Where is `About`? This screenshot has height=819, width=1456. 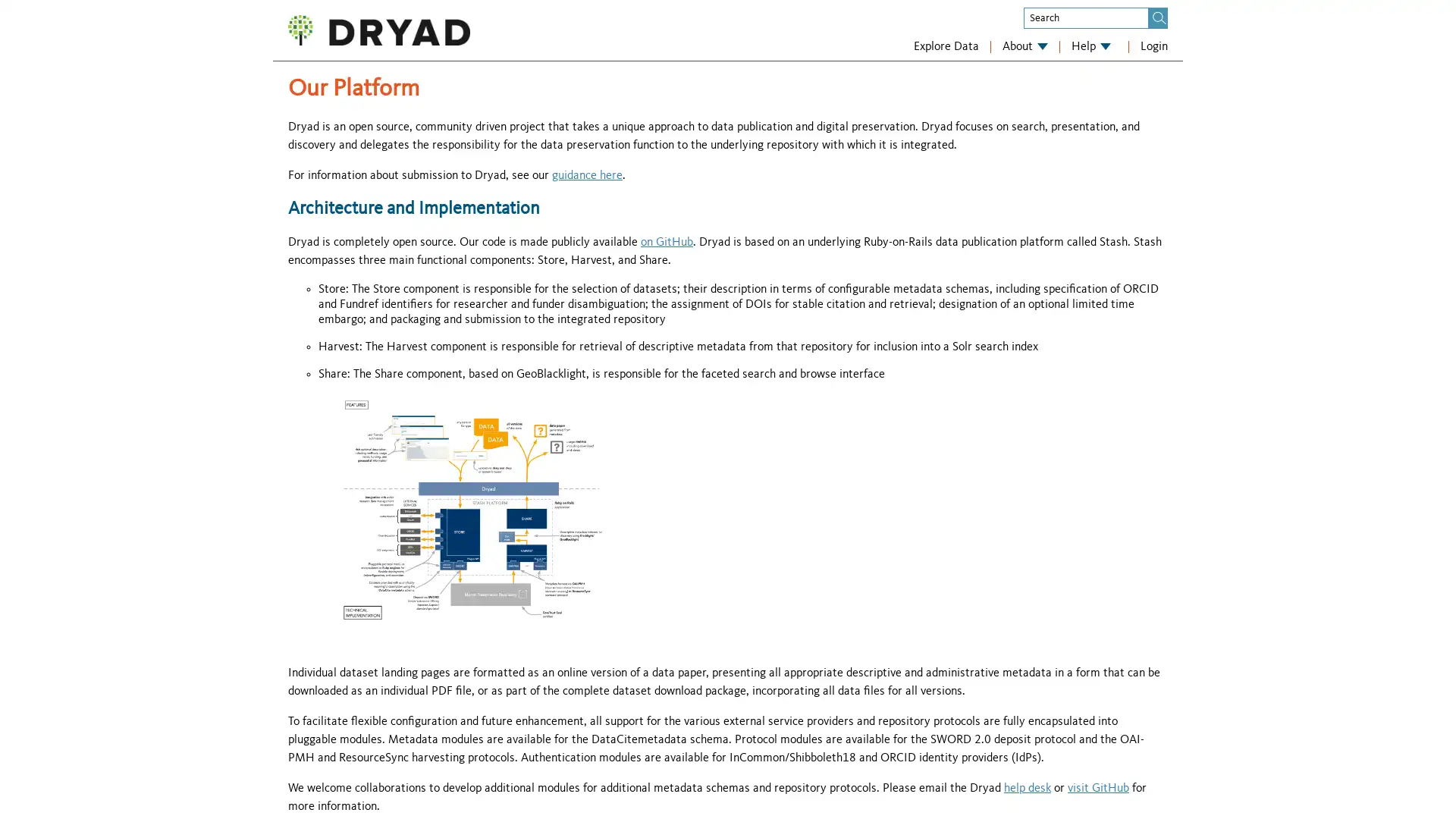
About is located at coordinates (1025, 45).